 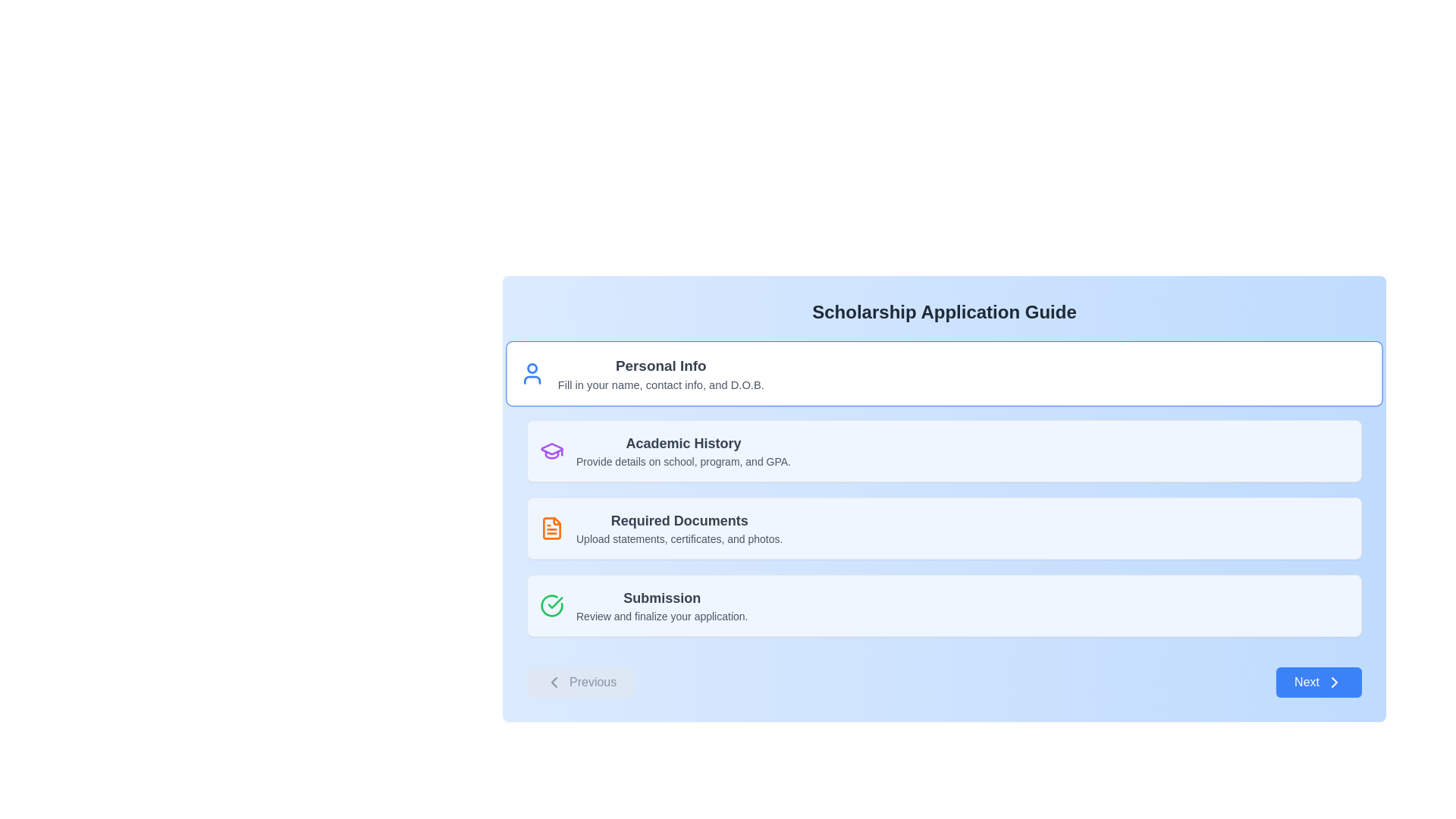 I want to click on the static text label providing guidance related to the 'Submission' stage, located directly below the 'Submission' text in the application process interface, so click(x=662, y=617).